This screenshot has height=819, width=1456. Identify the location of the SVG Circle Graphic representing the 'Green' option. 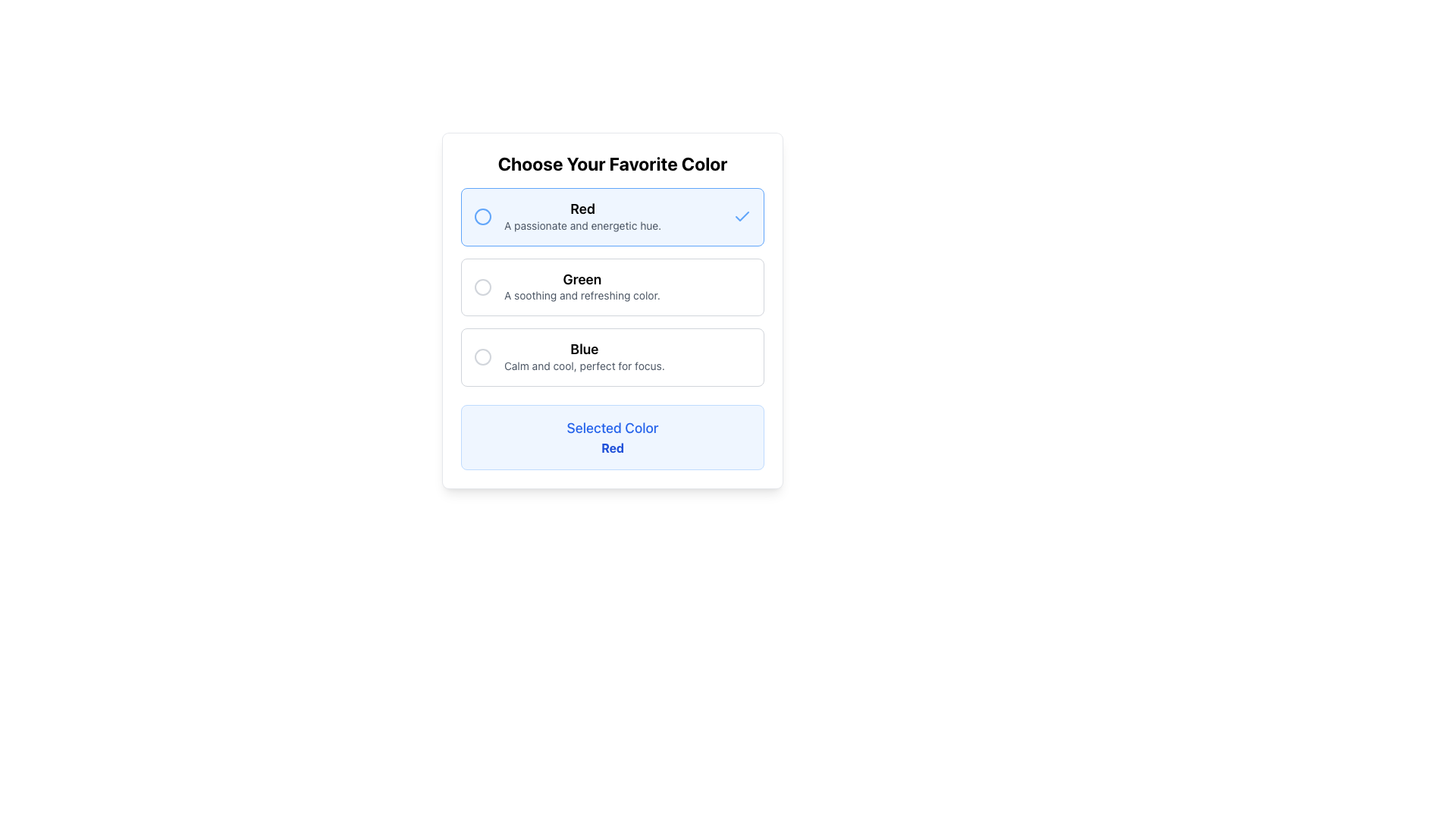
(482, 287).